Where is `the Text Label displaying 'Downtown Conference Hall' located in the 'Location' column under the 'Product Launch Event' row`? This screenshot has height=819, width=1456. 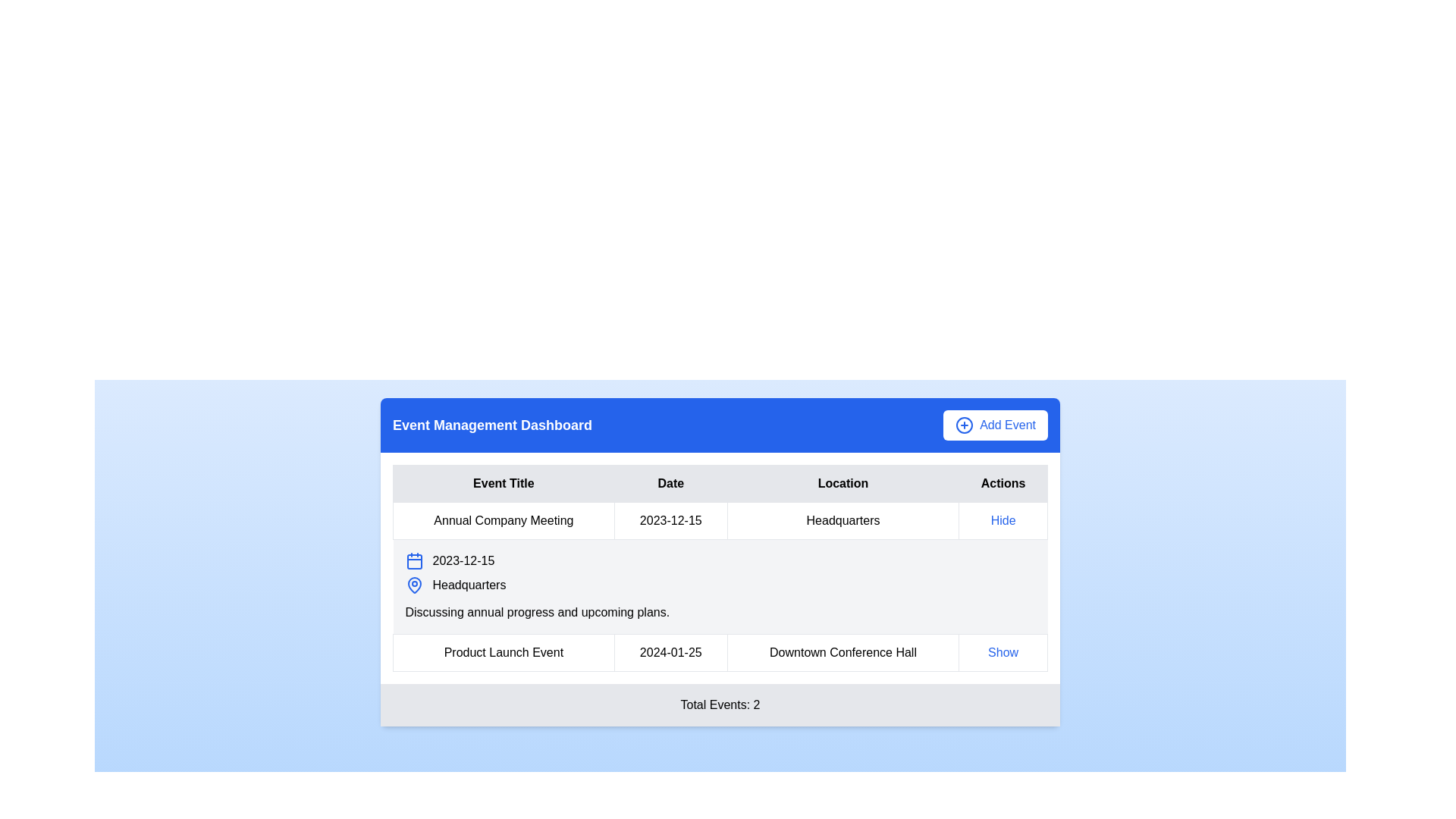
the Text Label displaying 'Downtown Conference Hall' located in the 'Location' column under the 'Product Launch Event' row is located at coordinates (843, 651).